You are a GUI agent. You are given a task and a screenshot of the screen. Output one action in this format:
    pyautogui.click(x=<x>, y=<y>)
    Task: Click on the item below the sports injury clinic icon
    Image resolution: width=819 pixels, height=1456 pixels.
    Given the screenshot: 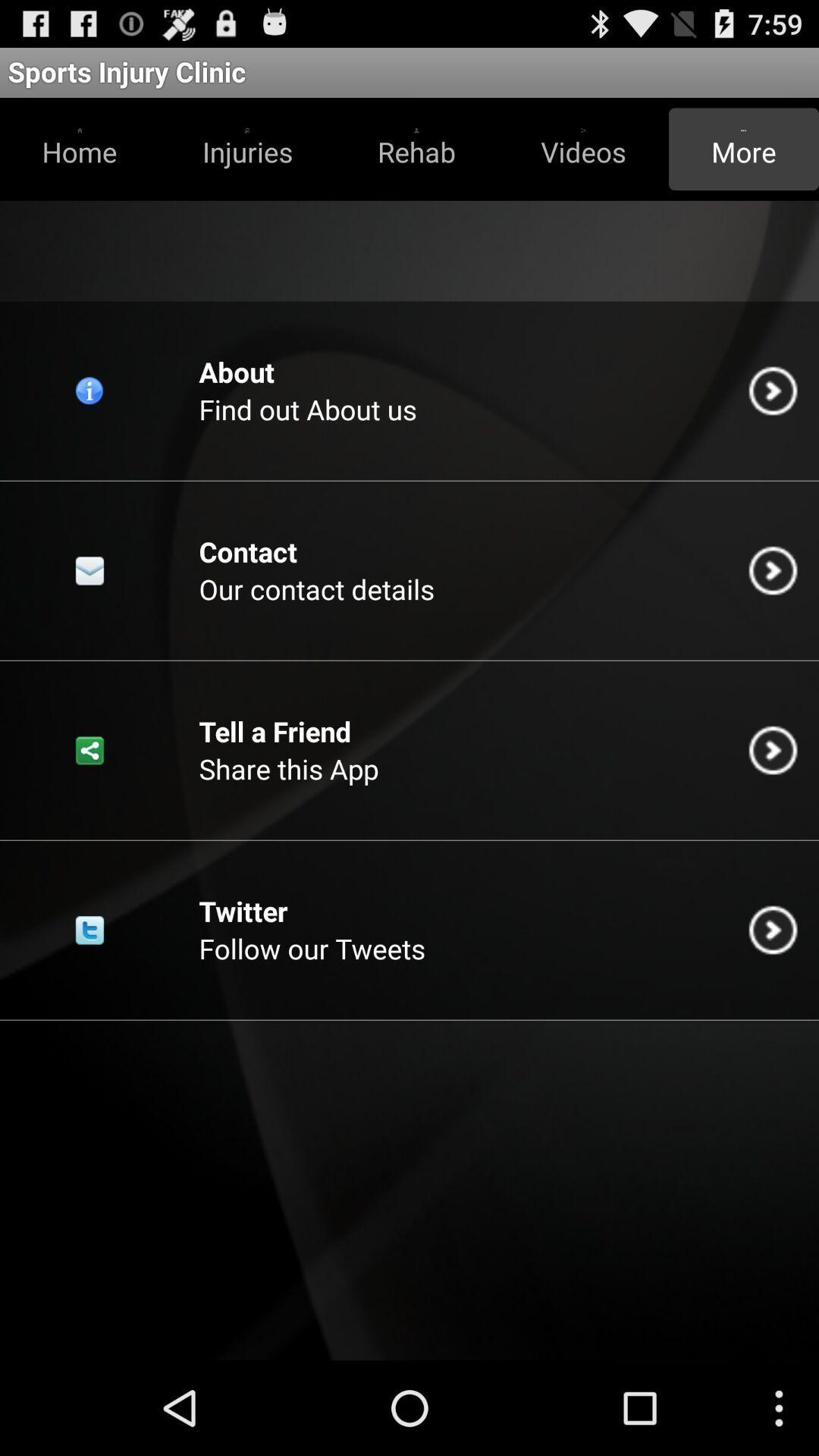 What is the action you would take?
    pyautogui.click(x=416, y=149)
    